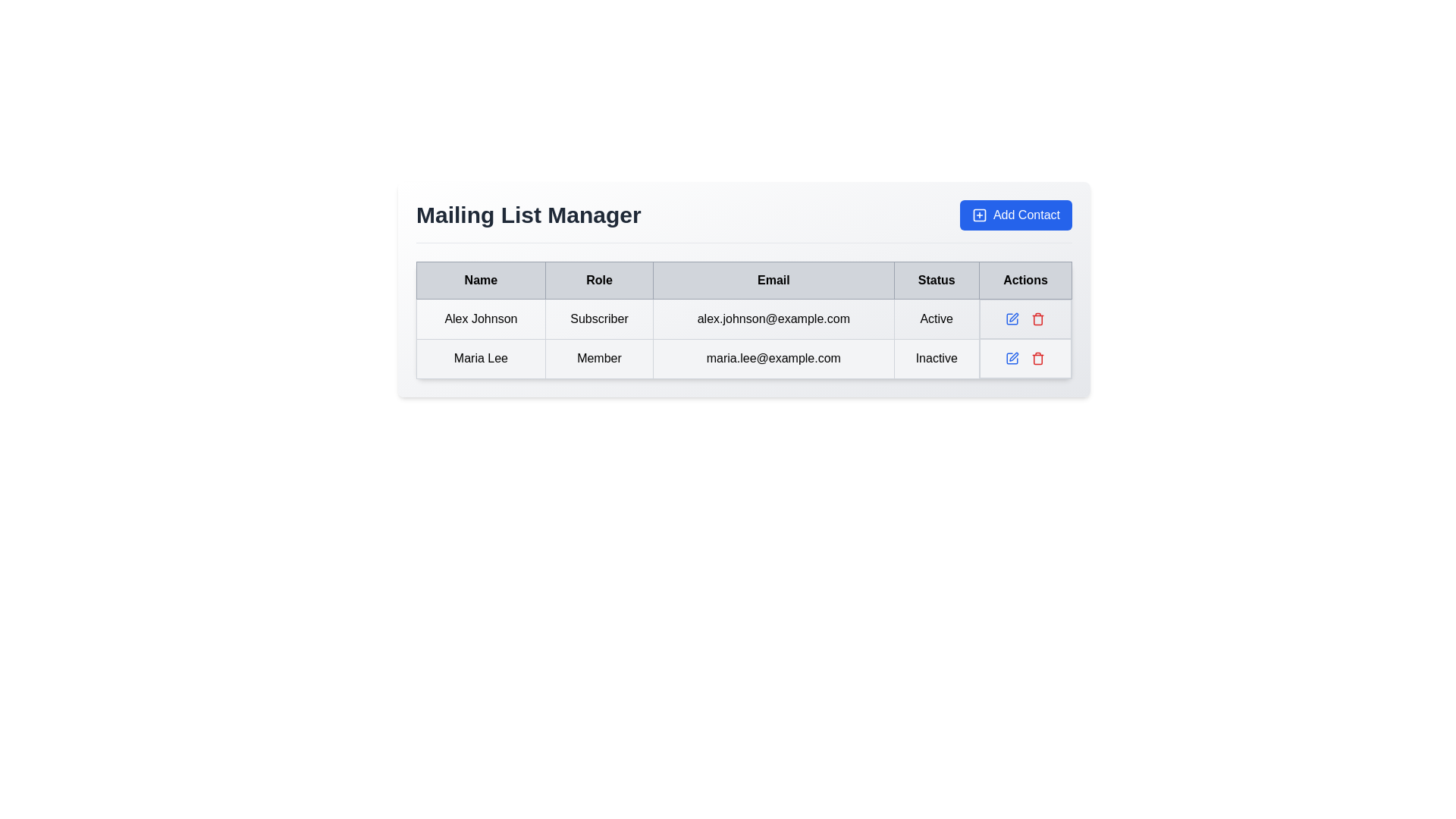 This screenshot has width=1456, height=819. What do you see at coordinates (744, 338) in the screenshot?
I see `the second row of the user details table, which contains cells for name, role, email, status, and actions` at bounding box center [744, 338].